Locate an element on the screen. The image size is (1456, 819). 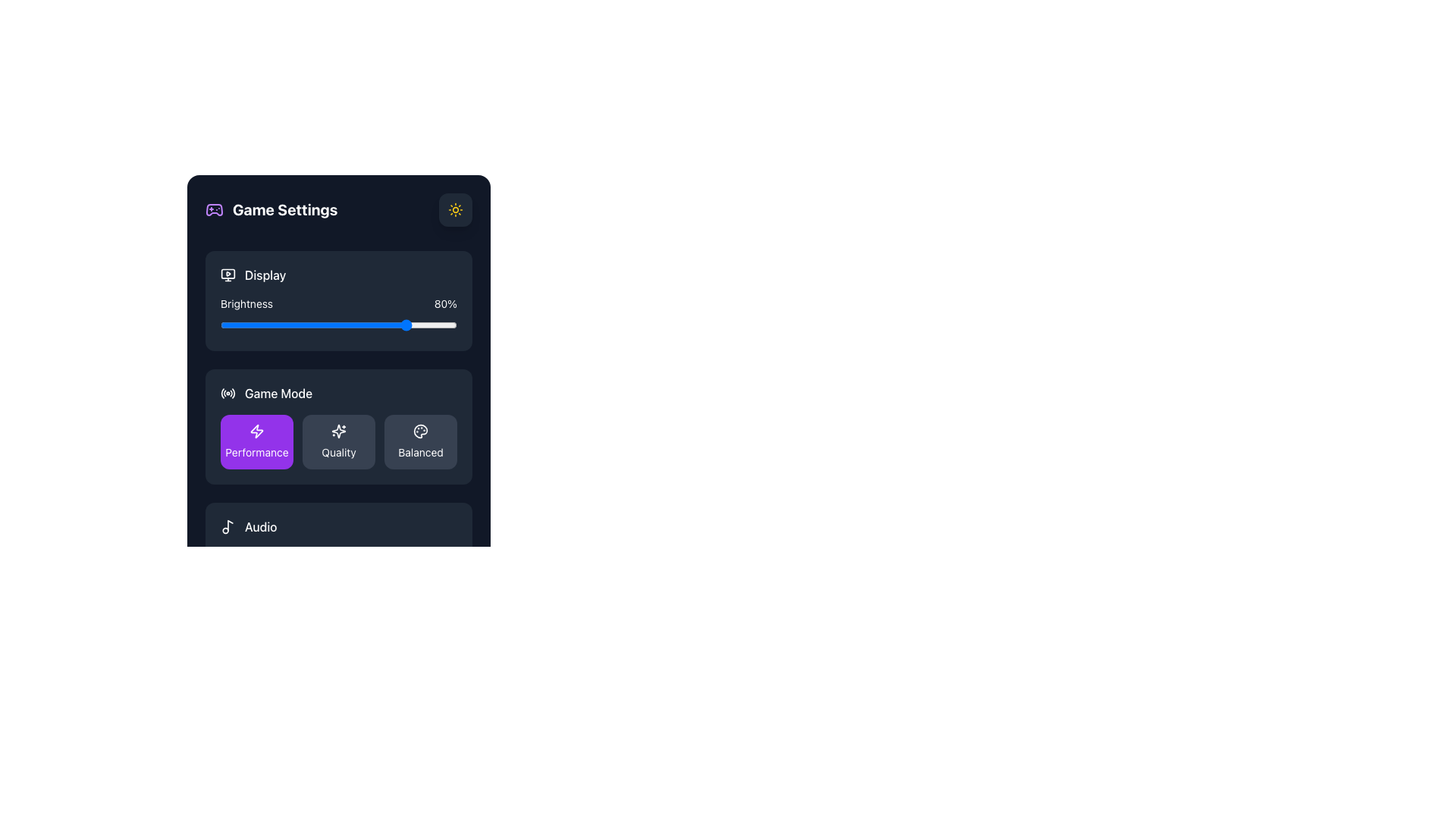
the 'Performance' mode button located in the 'Game Mode' section, which is the first of three horizontally arranged buttons, situated to the left of the 'Quality' and 'Balanced' buttons is located at coordinates (257, 441).